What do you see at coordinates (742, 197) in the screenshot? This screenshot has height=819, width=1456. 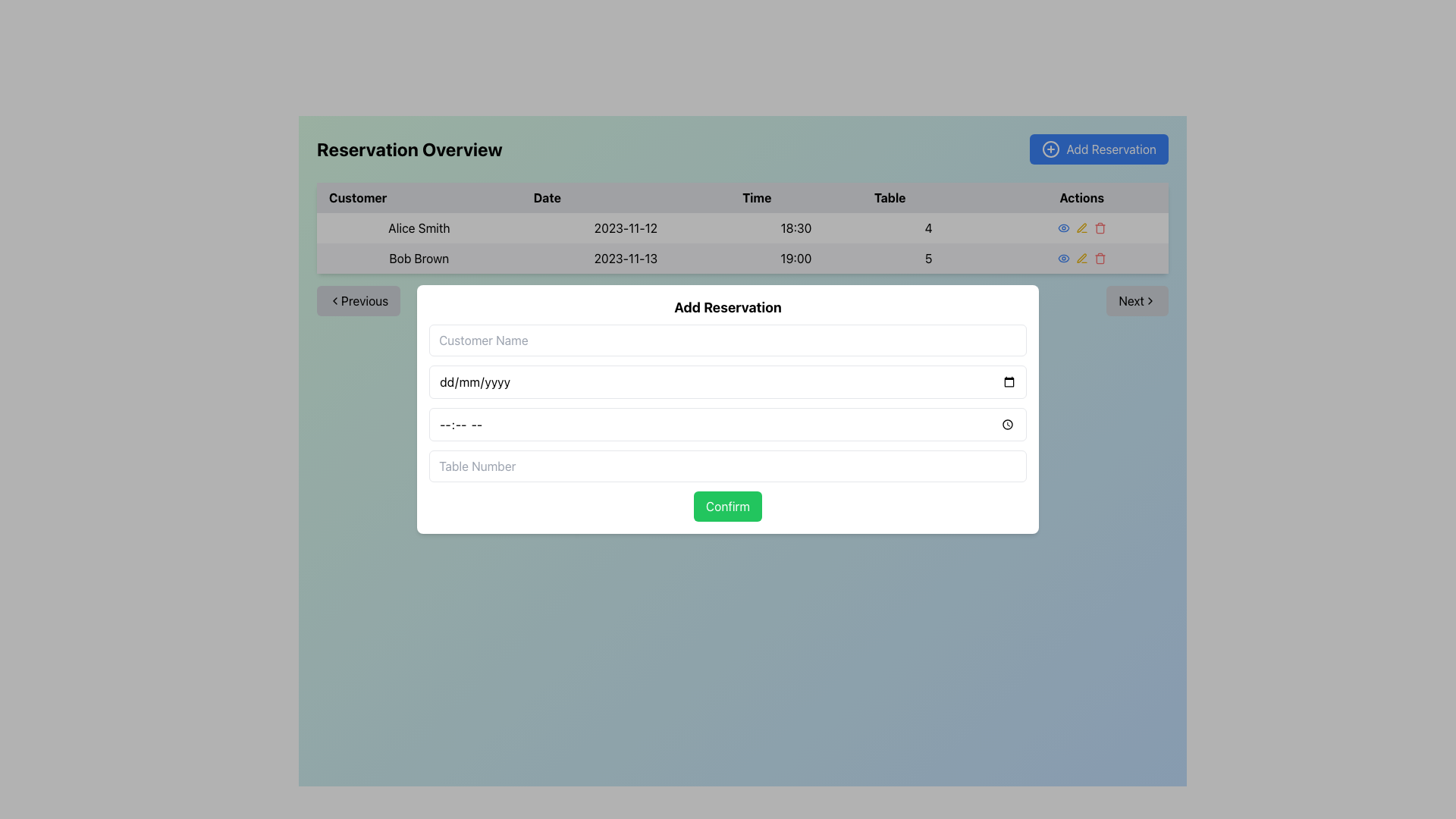 I see `the 'Time' column header text label, which is the third column in the table interface, located between 'Date' and 'Table'` at bounding box center [742, 197].